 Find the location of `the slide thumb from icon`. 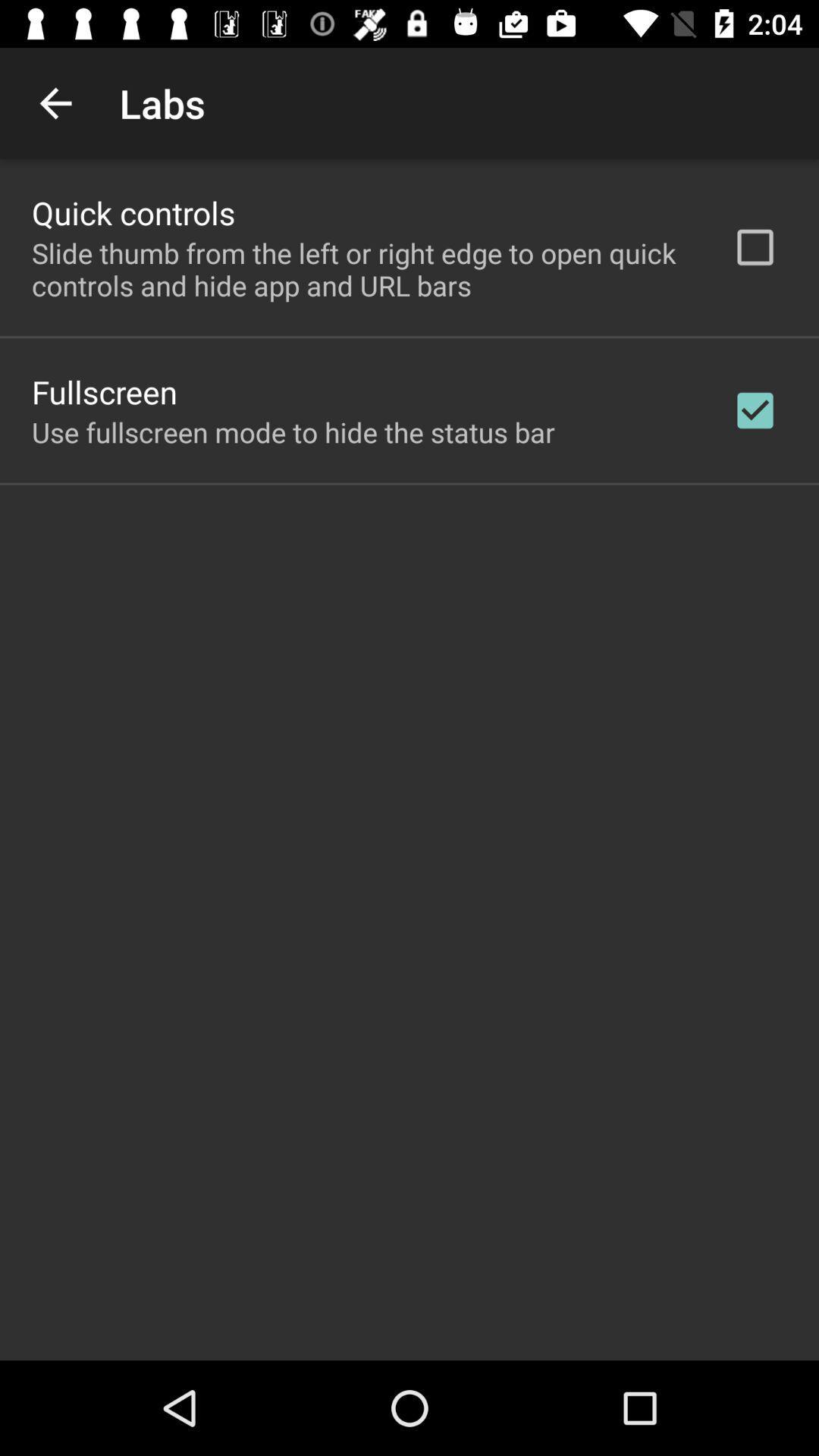

the slide thumb from icon is located at coordinates (362, 269).